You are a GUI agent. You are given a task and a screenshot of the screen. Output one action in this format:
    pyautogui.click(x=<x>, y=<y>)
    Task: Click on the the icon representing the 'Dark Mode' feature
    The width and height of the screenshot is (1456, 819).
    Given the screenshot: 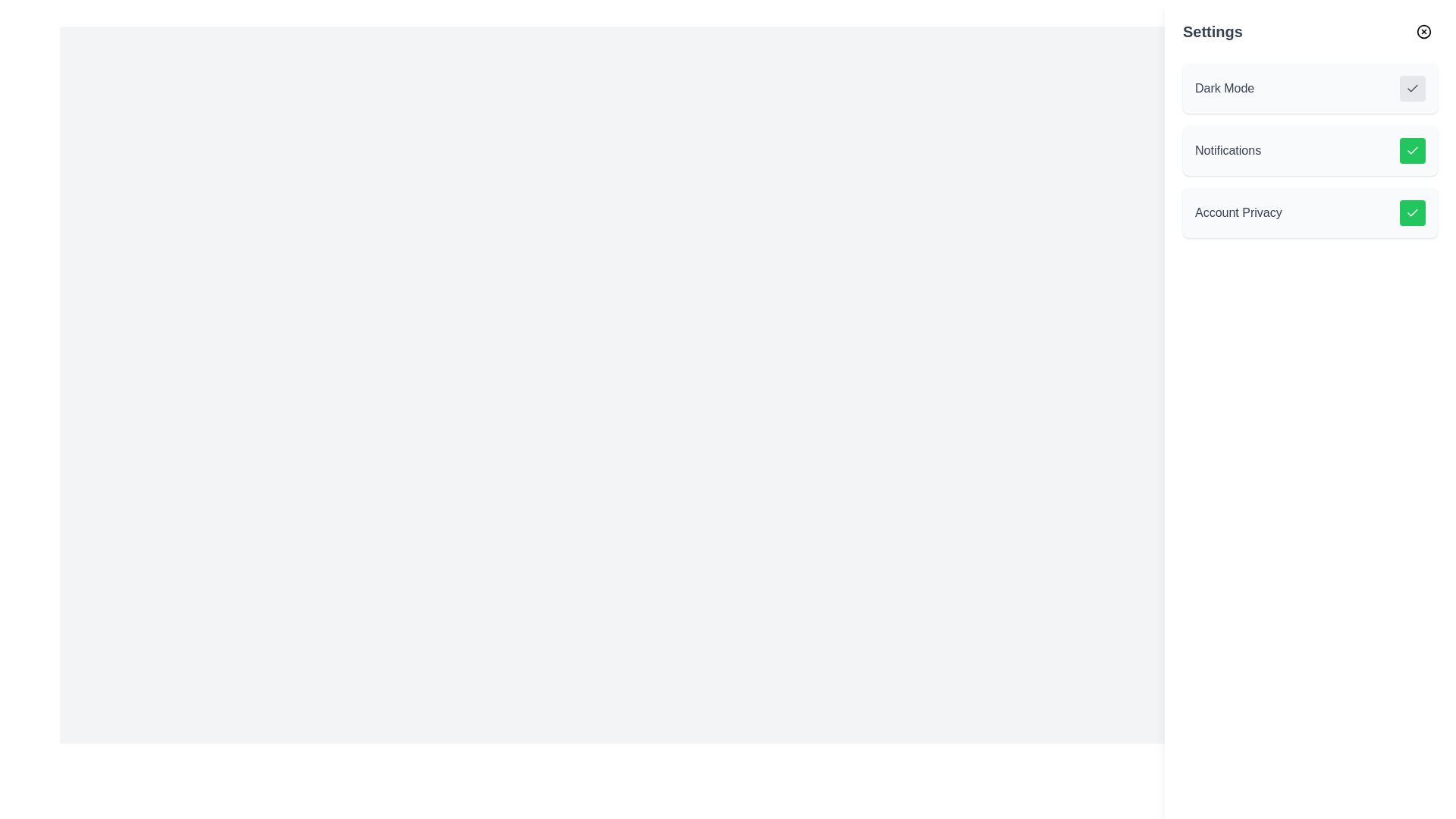 What is the action you would take?
    pyautogui.click(x=1411, y=88)
    